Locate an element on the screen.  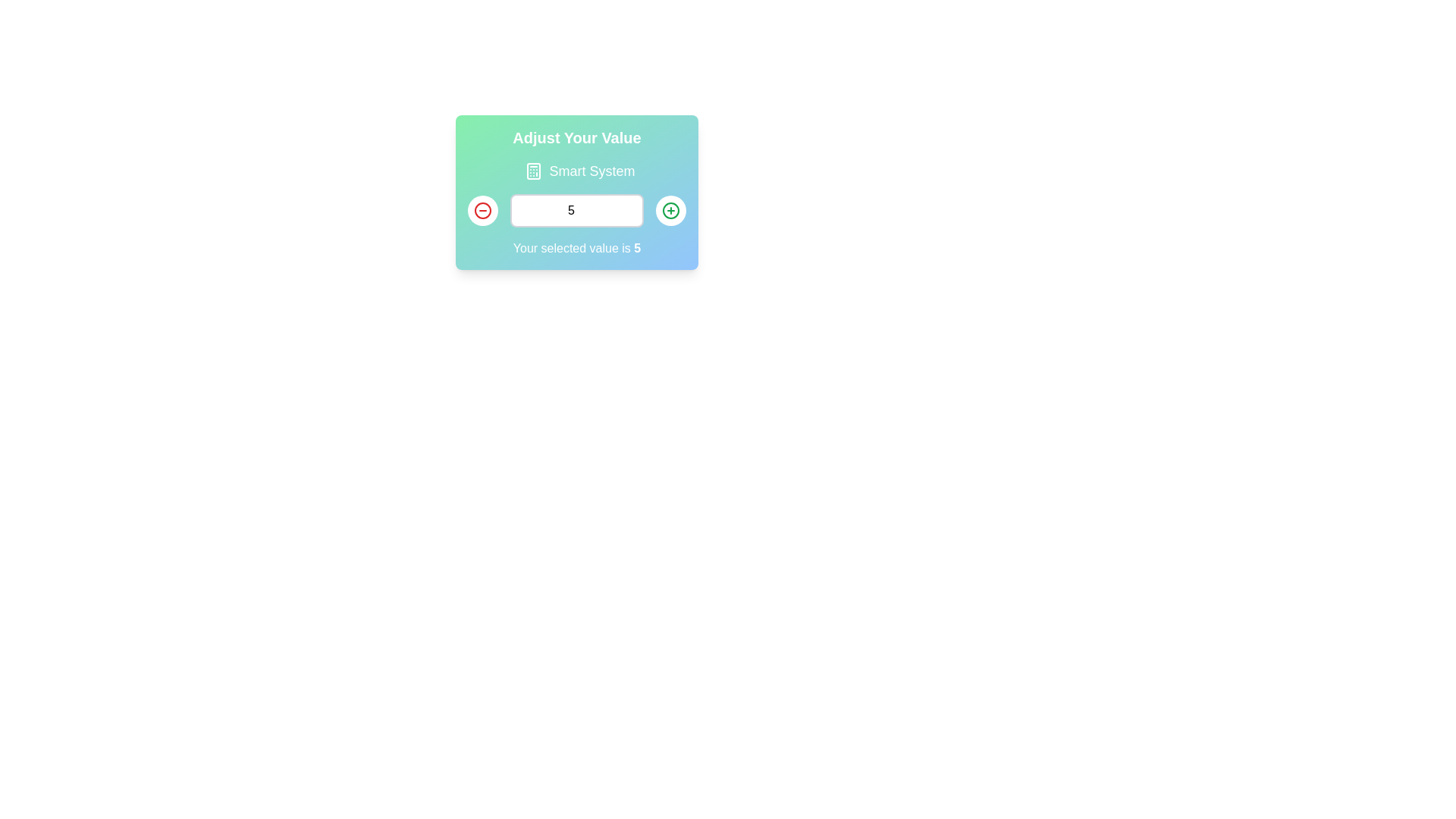
the Text Label that displays 'Your selected value is 5', which is styled with a medium-sized white font and is centrally aligned on a gradient background transitioning from green to blue is located at coordinates (576, 247).